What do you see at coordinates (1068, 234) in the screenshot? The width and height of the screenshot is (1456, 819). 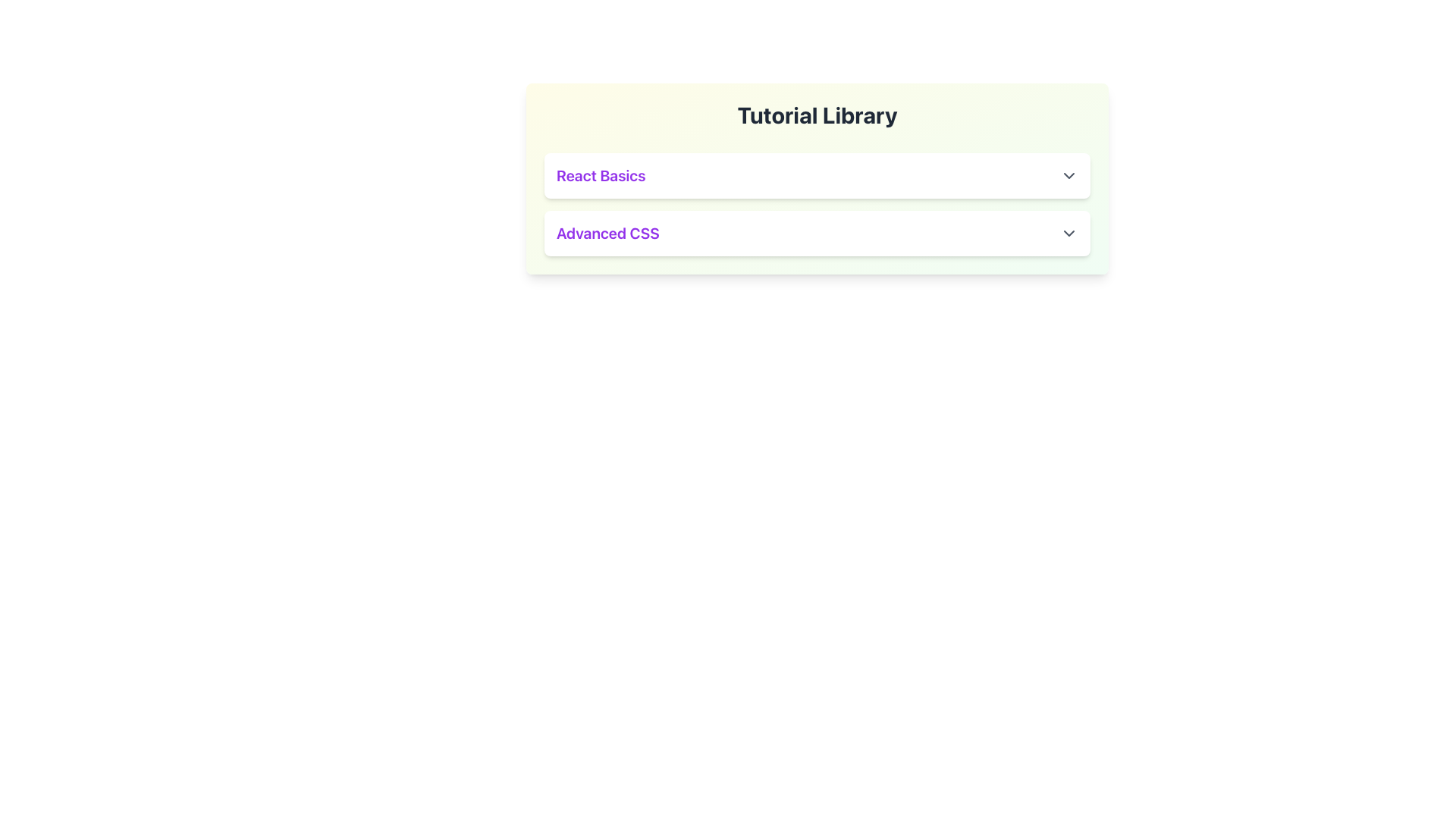 I see `the downward-facing chevron icon styled in dark gray, located to the right of the 'Advanced CSS' text` at bounding box center [1068, 234].